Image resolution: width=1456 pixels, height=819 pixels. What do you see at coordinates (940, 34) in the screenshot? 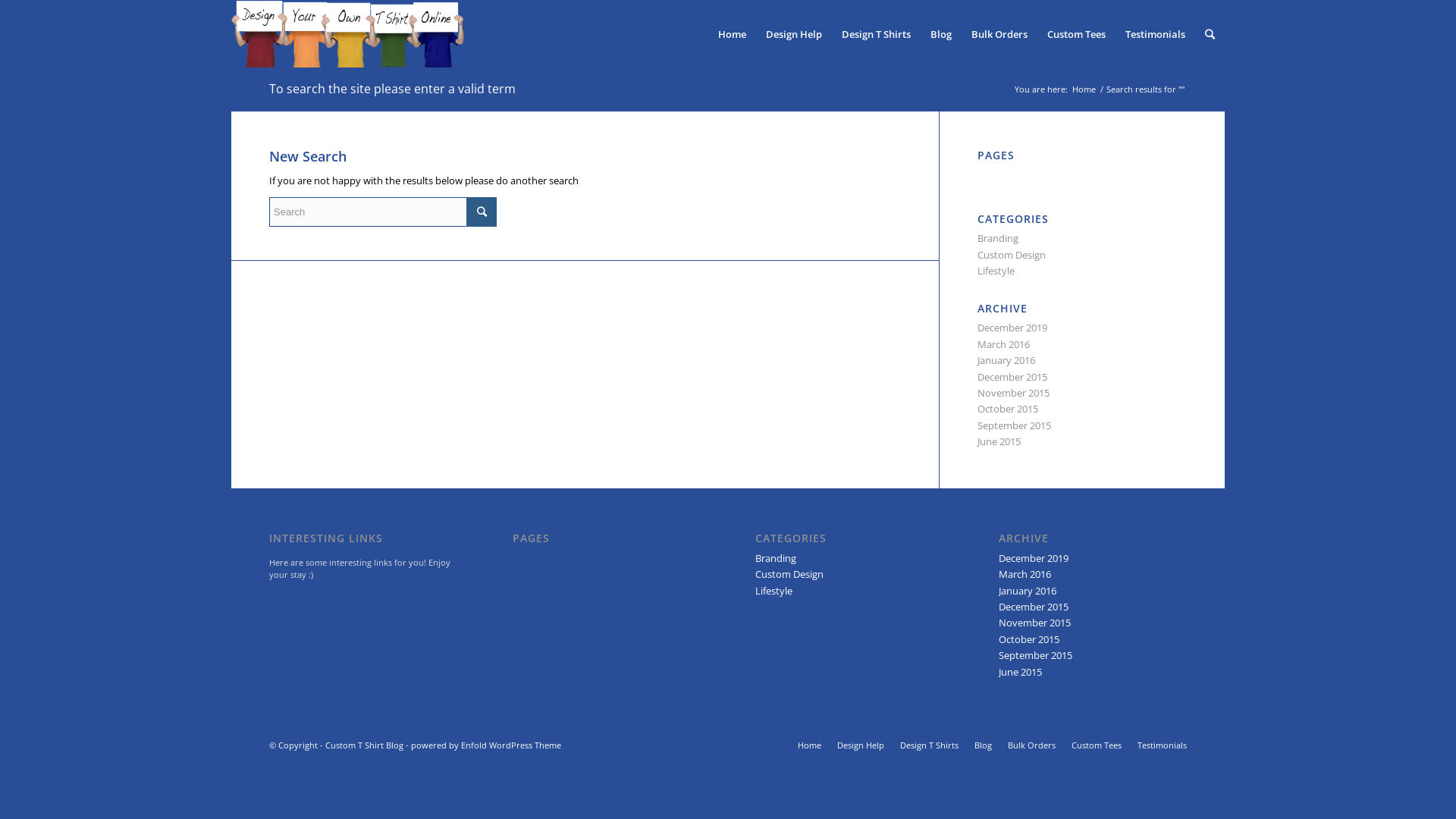
I see `'Blog'` at bounding box center [940, 34].